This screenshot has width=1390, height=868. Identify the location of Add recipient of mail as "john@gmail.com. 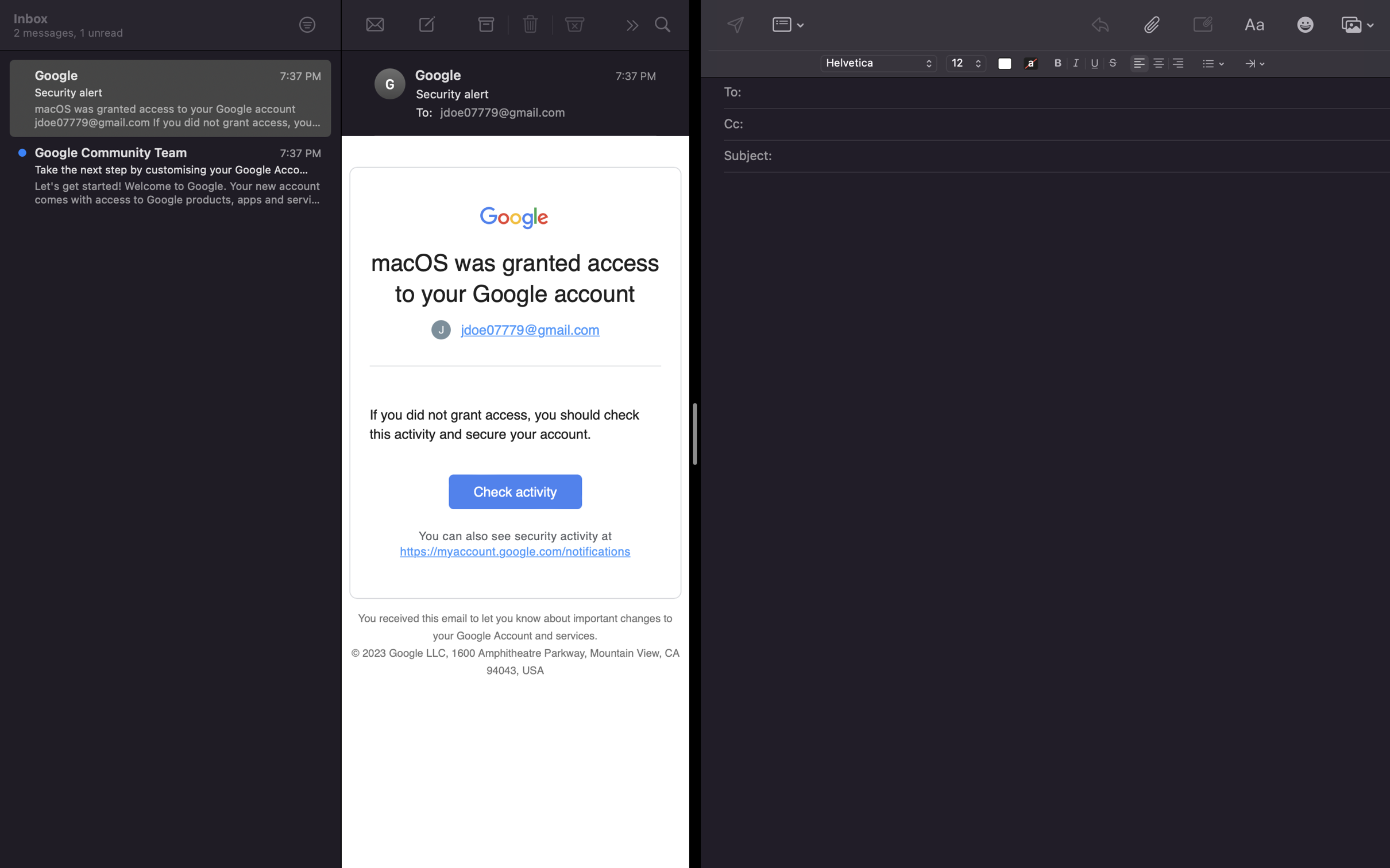
(1065, 93).